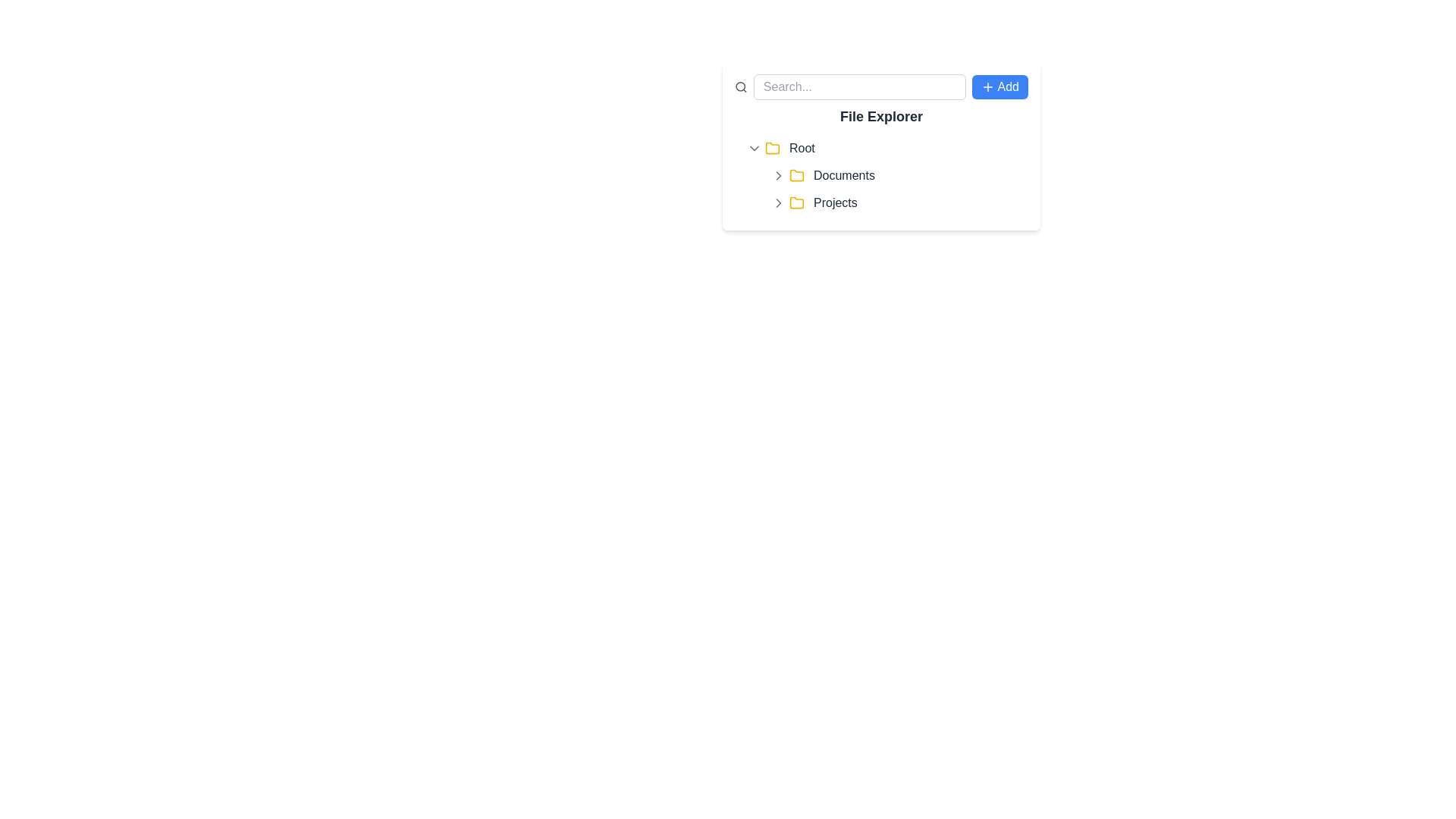  I want to click on the 'Documents' text label, which is styled in dark gray and positioned to the right of a yellow folder icon, so click(843, 174).